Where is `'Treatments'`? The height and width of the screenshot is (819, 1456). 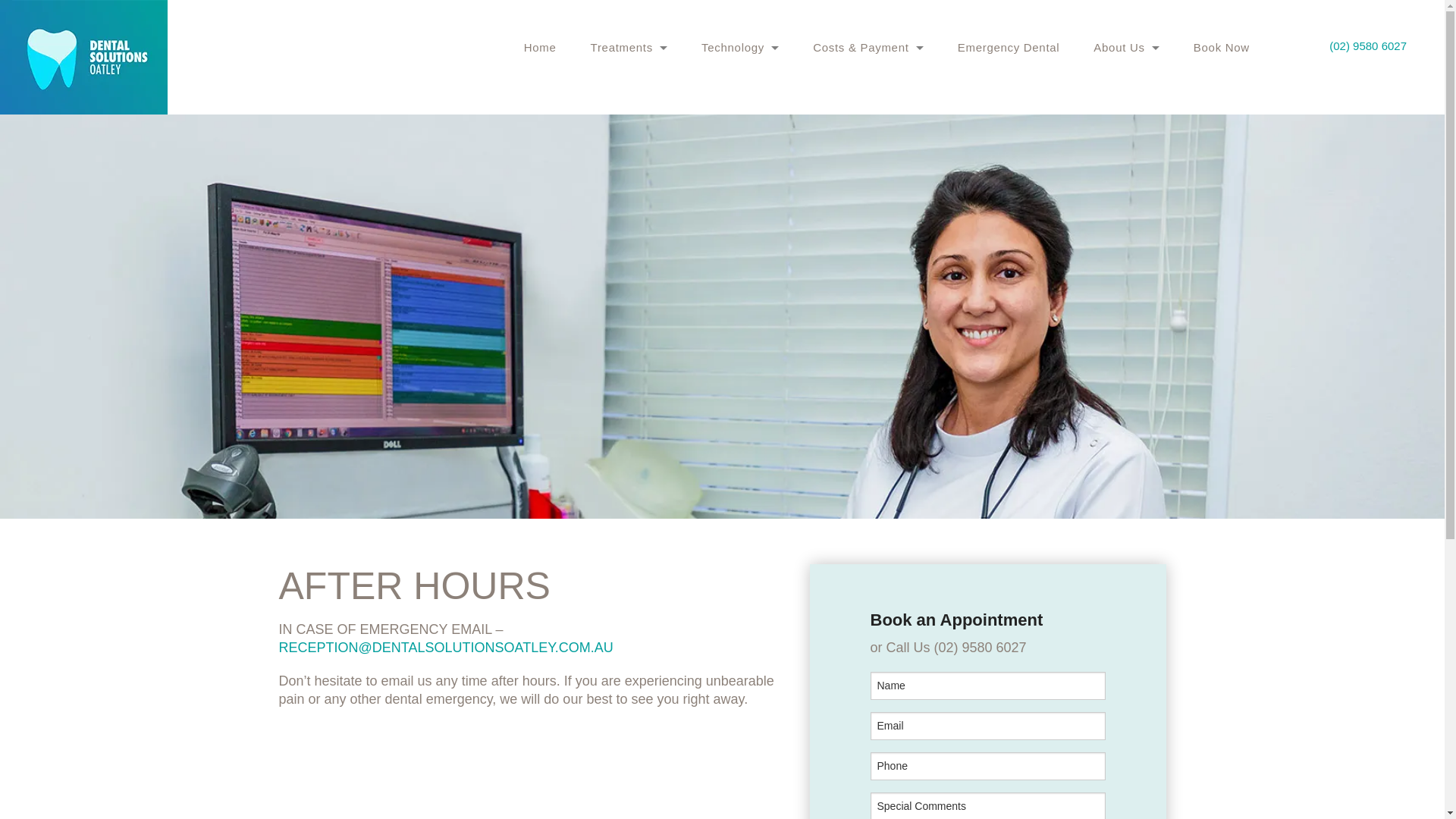
'Treatments' is located at coordinates (629, 46).